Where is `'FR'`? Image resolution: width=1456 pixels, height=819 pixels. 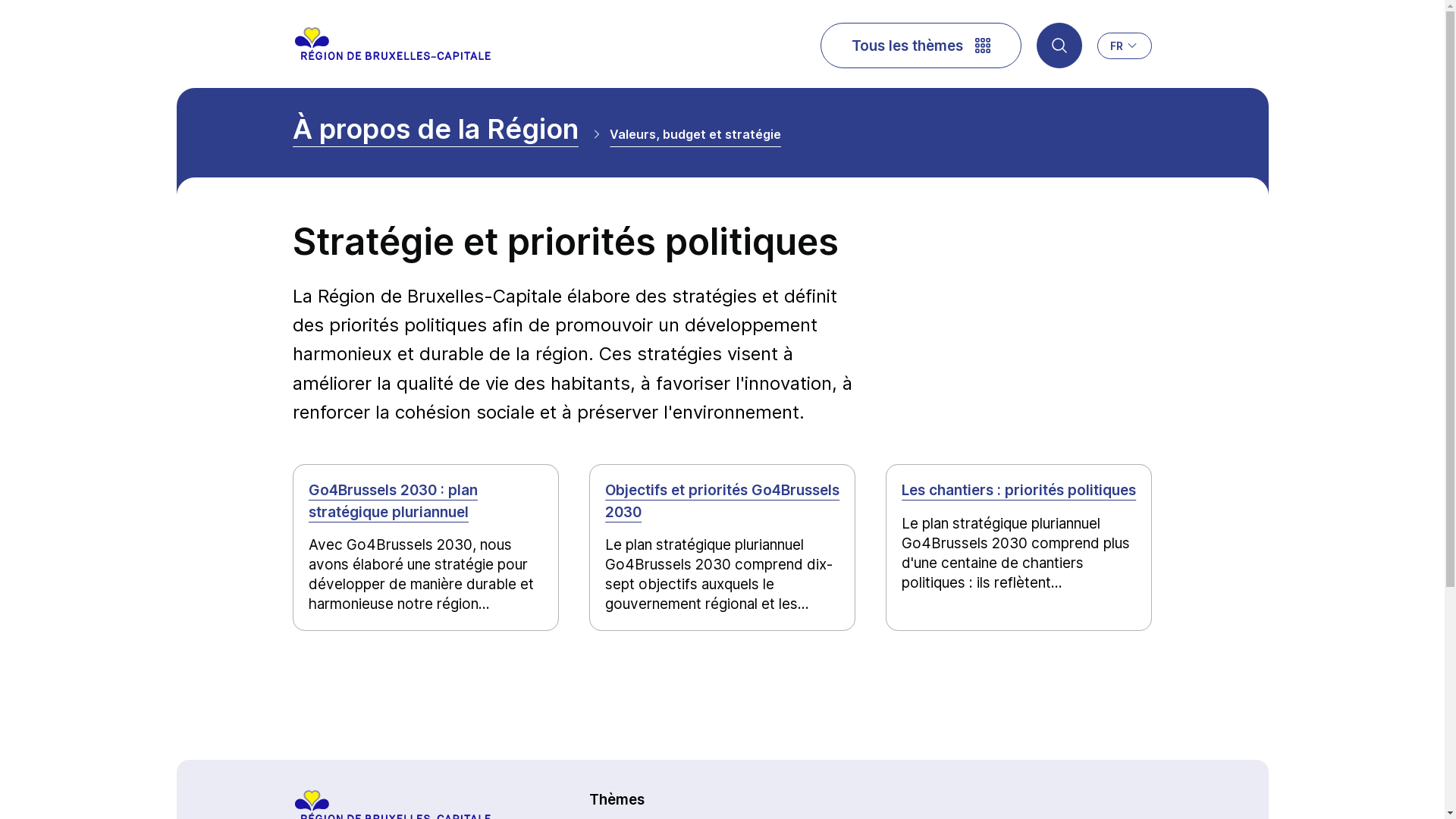 'FR' is located at coordinates (1125, 44).